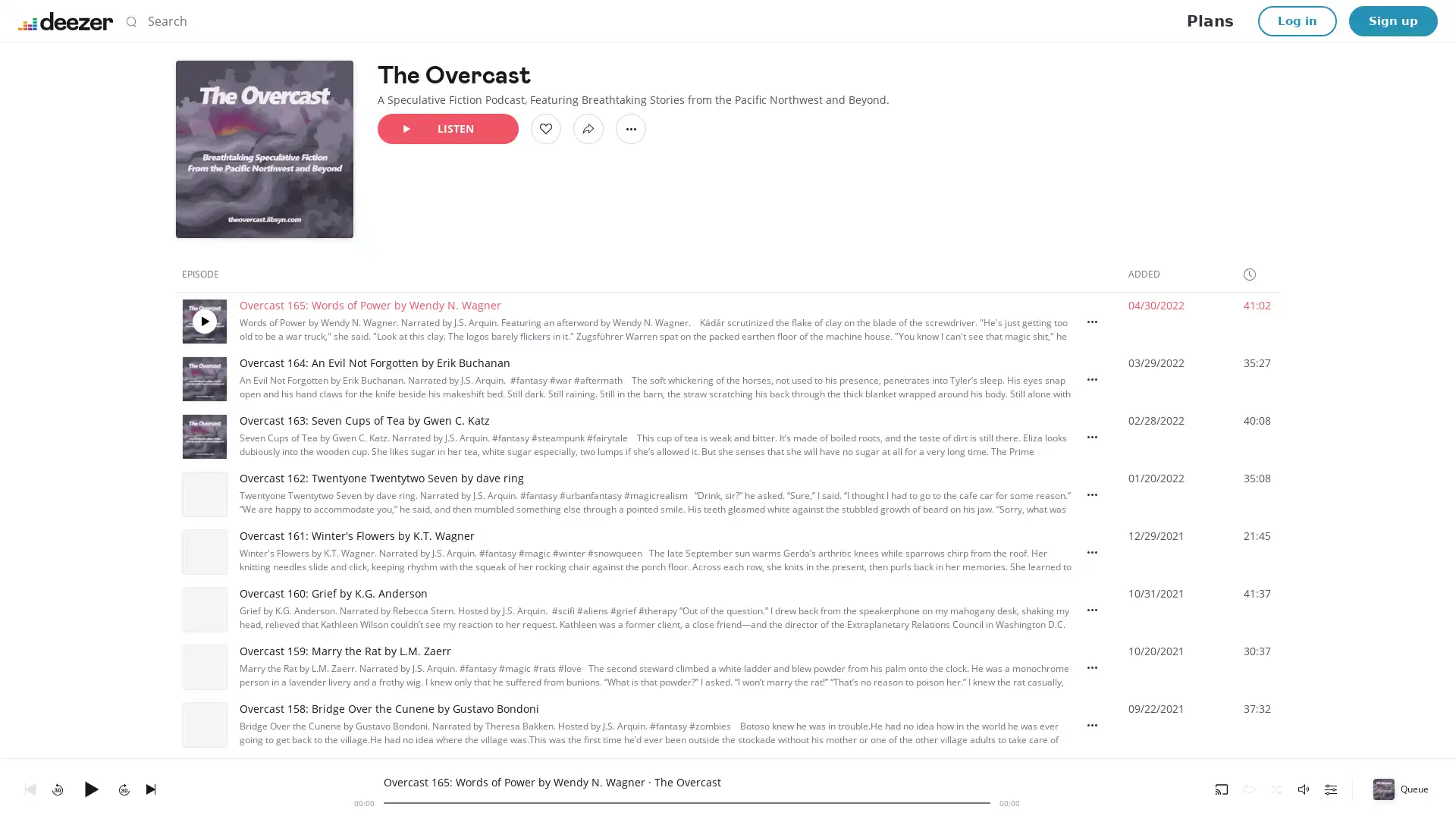 The height and width of the screenshot is (819, 1456). I want to click on Add, so click(546, 127).